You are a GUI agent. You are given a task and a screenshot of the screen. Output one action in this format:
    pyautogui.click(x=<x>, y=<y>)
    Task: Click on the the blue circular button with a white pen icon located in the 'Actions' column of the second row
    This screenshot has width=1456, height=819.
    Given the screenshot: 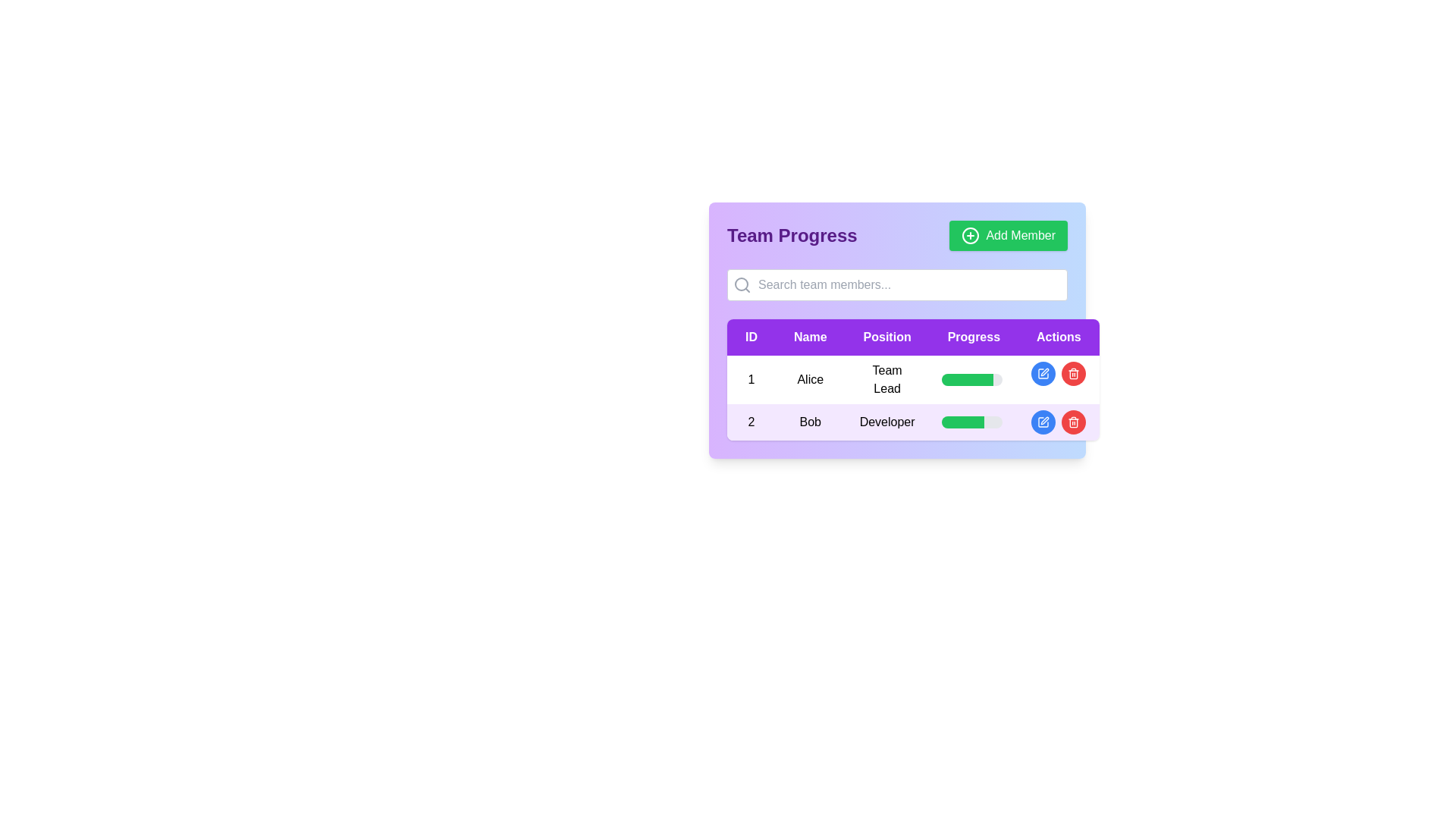 What is the action you would take?
    pyautogui.click(x=1043, y=374)
    